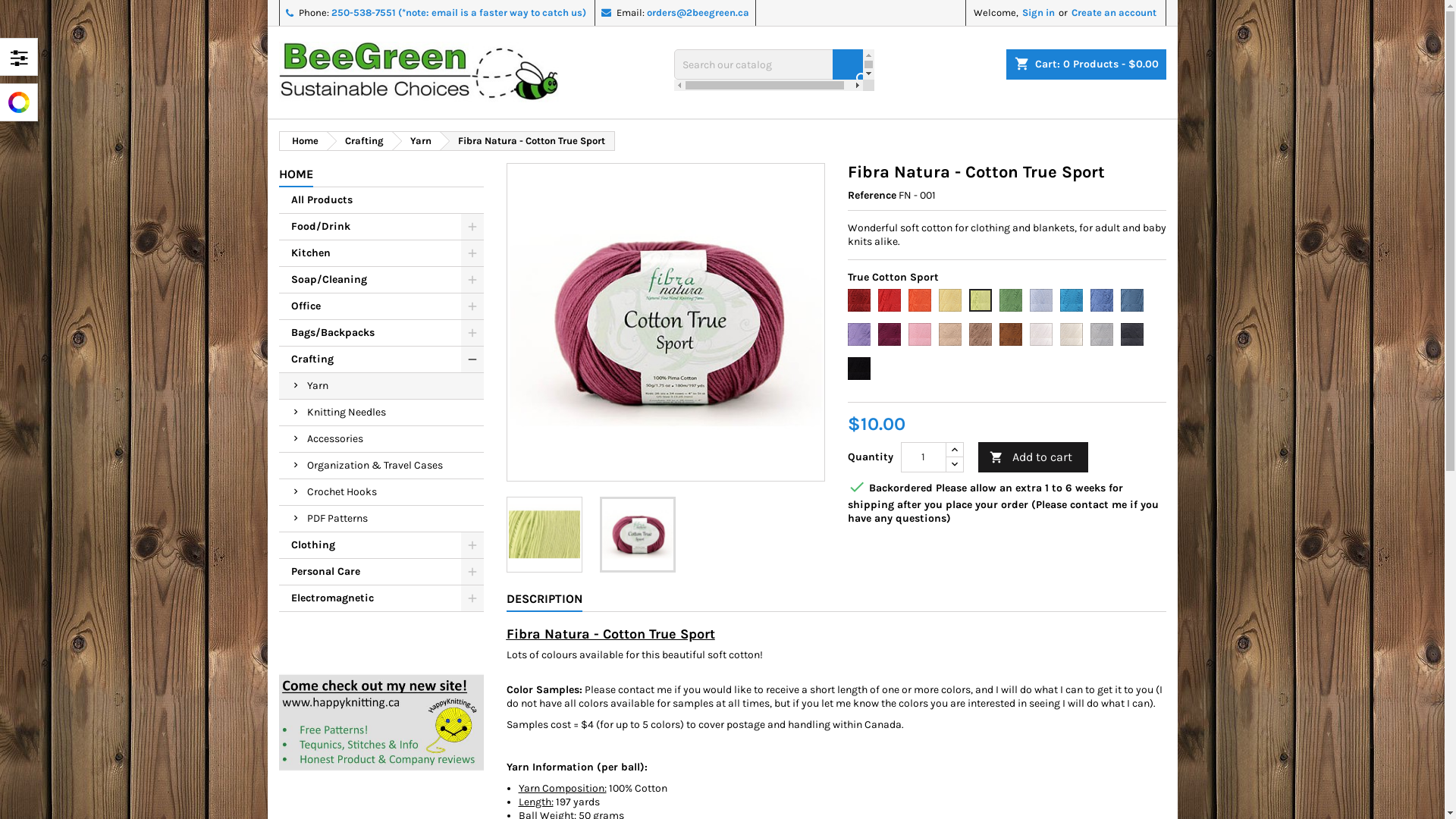 This screenshot has height=819, width=1456. What do you see at coordinates (381, 439) in the screenshot?
I see `'Accessories'` at bounding box center [381, 439].